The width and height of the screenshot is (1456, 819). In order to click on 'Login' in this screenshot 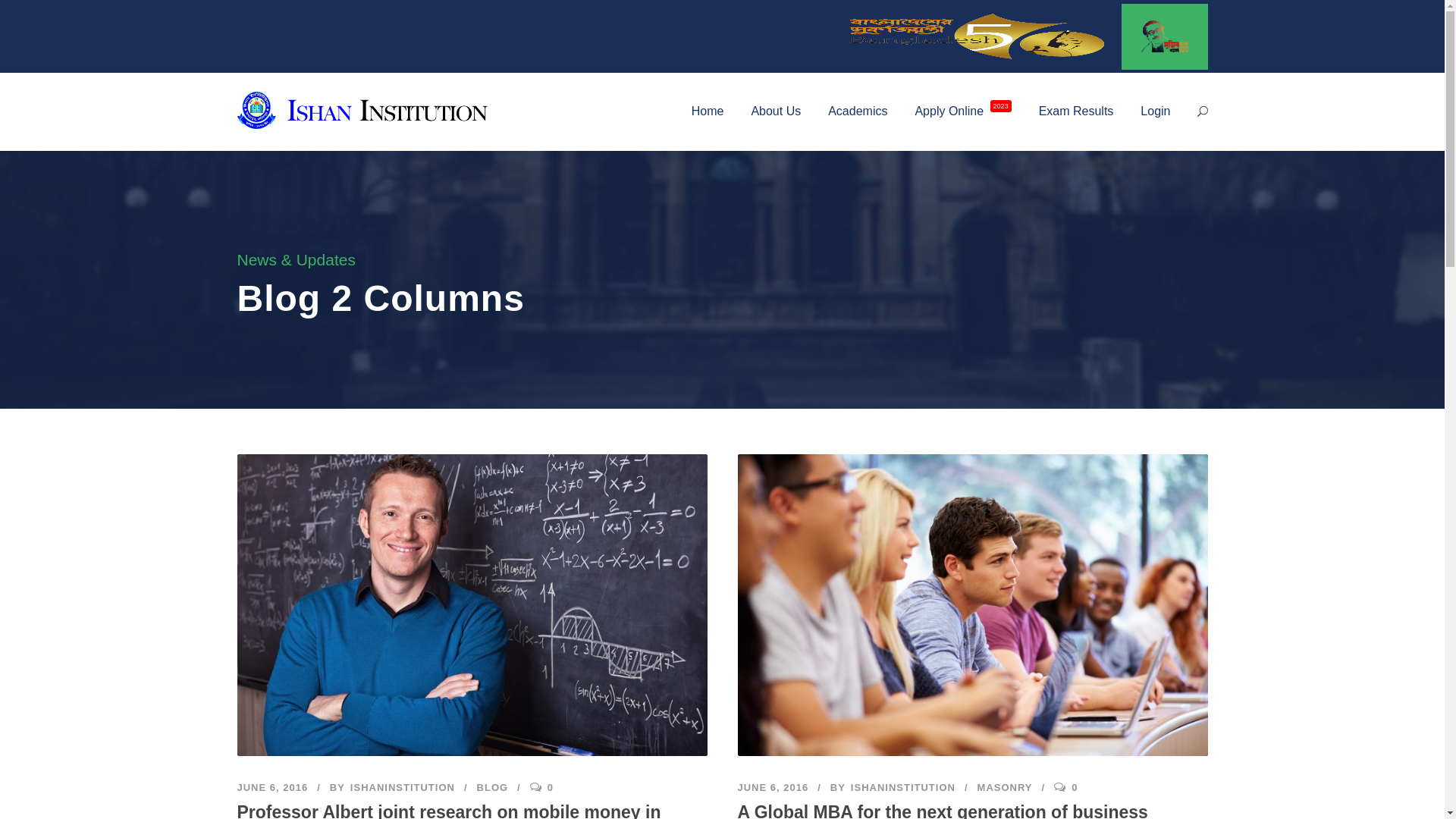, I will do `click(1154, 123)`.